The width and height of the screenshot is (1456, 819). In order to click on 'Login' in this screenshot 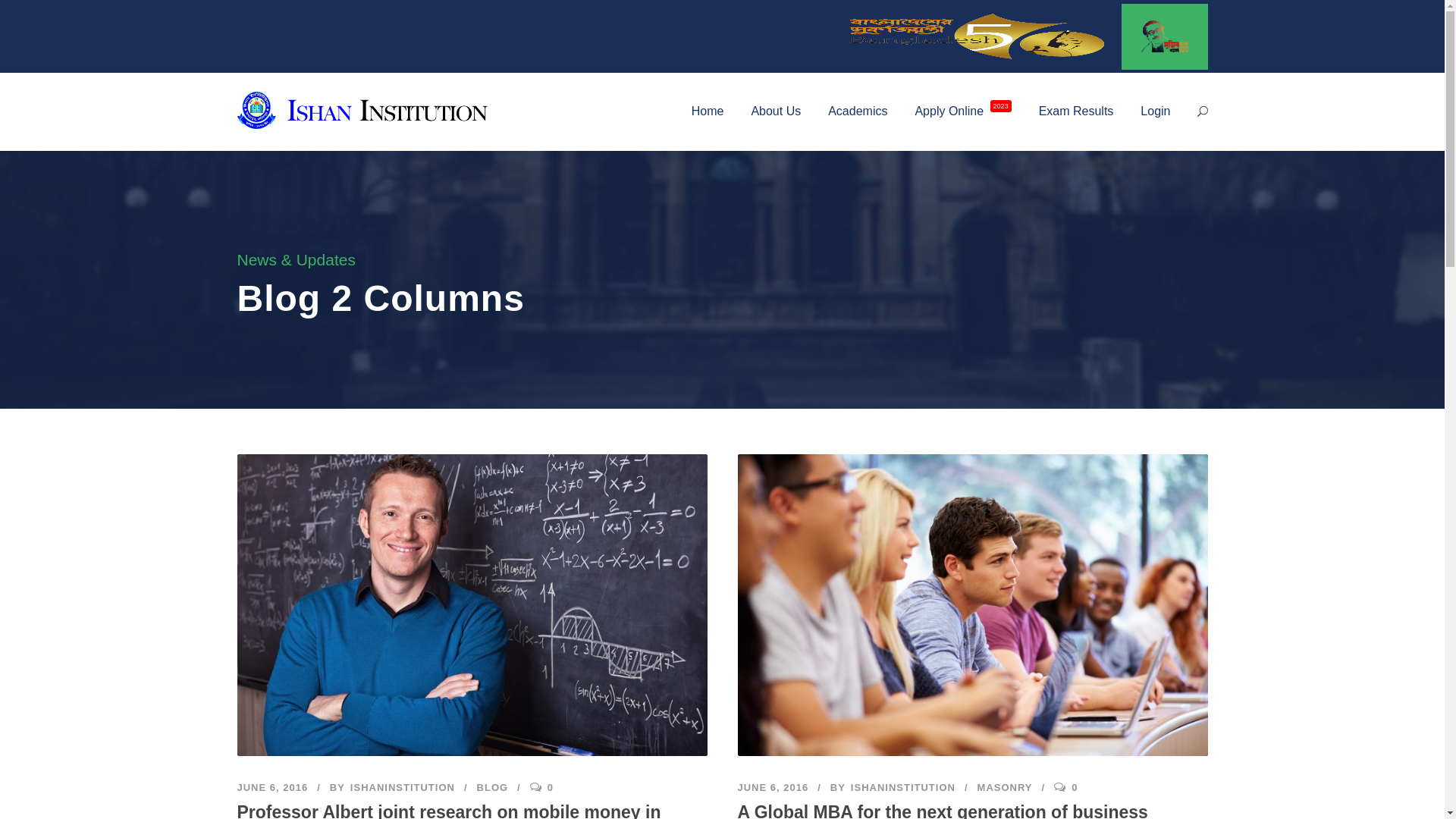, I will do `click(1154, 123)`.